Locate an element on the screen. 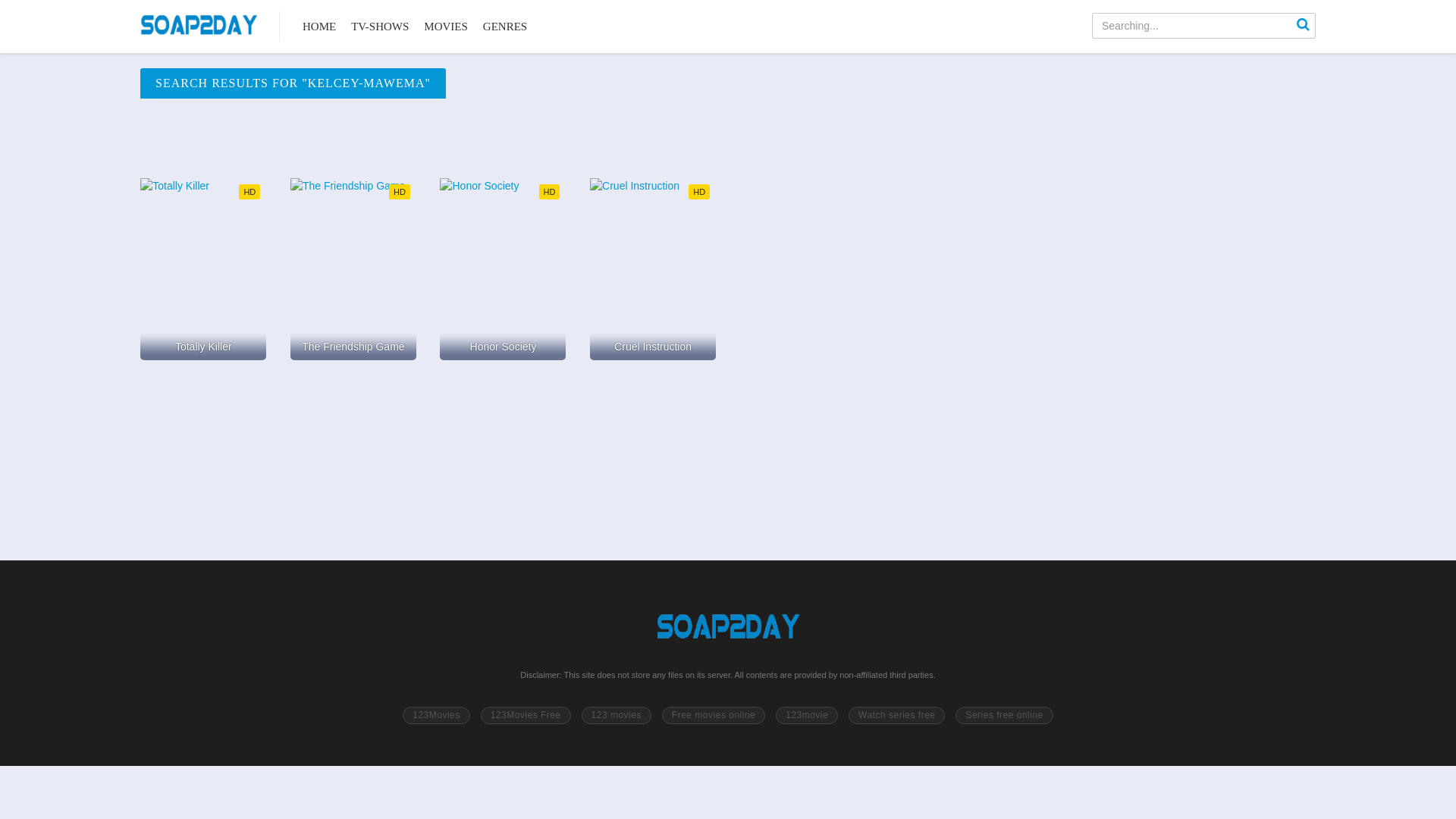 The height and width of the screenshot is (819, 1456). '123Movies' is located at coordinates (435, 715).